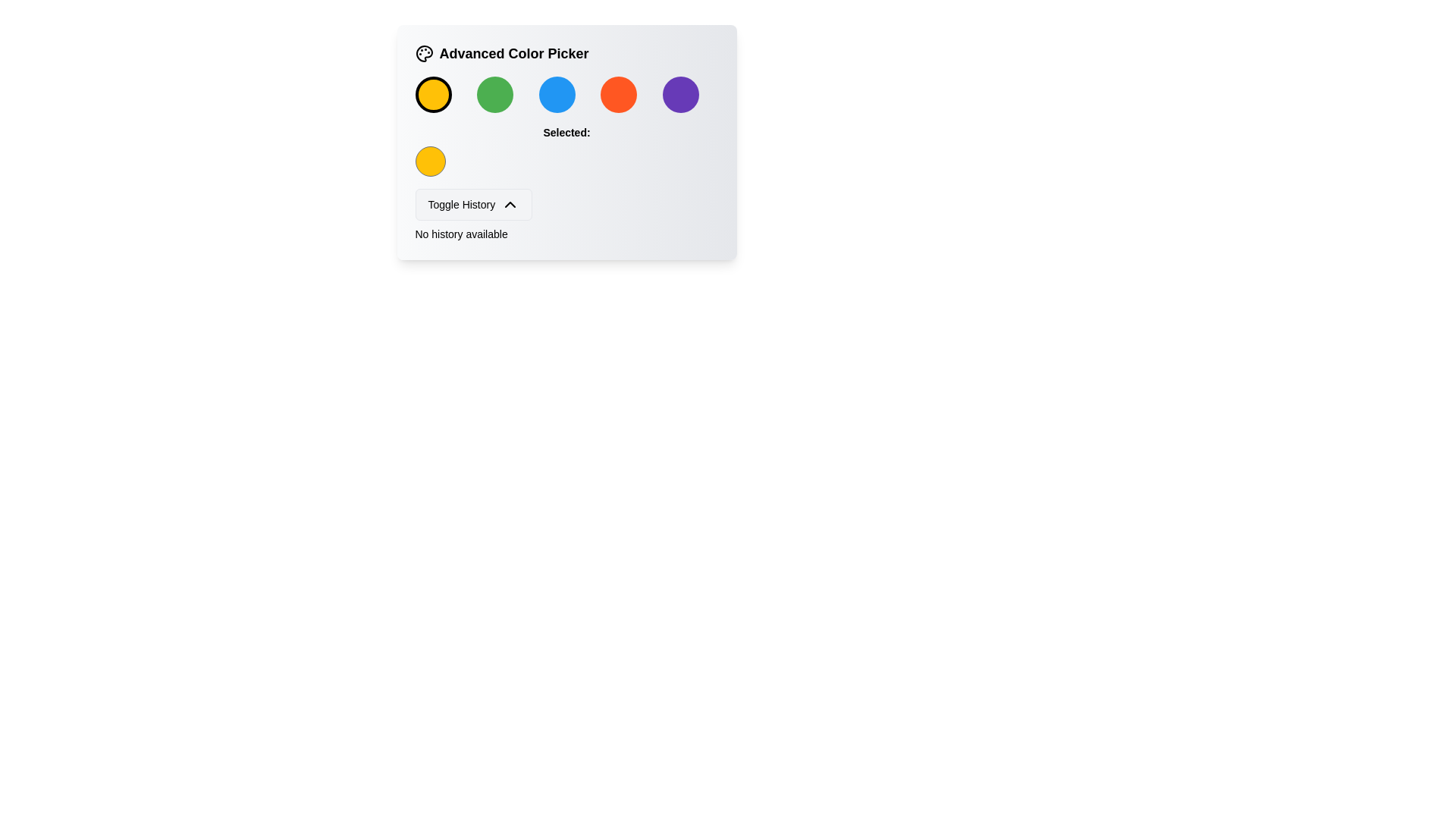  I want to click on the visual indicator for the 'Toggle History' button to receive feedback, so click(510, 205).